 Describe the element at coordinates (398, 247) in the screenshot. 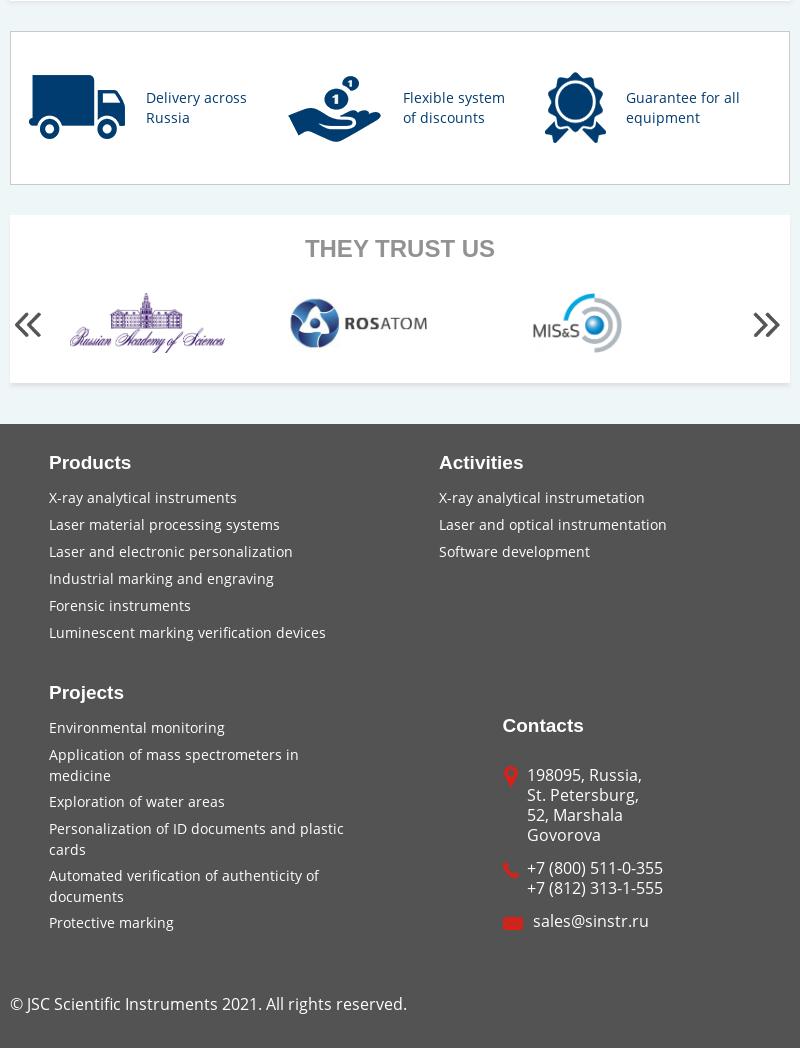

I see `'They trust us'` at that location.